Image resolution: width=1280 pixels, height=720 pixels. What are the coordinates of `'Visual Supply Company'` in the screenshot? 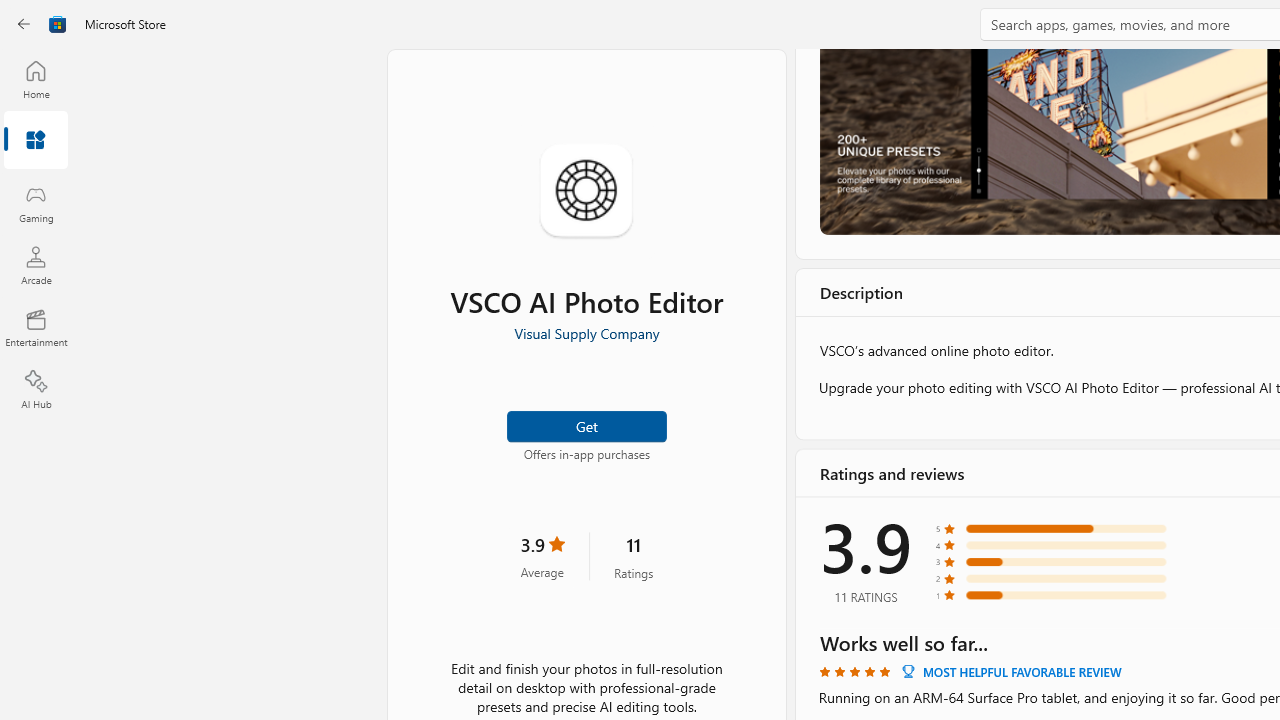 It's located at (585, 332).